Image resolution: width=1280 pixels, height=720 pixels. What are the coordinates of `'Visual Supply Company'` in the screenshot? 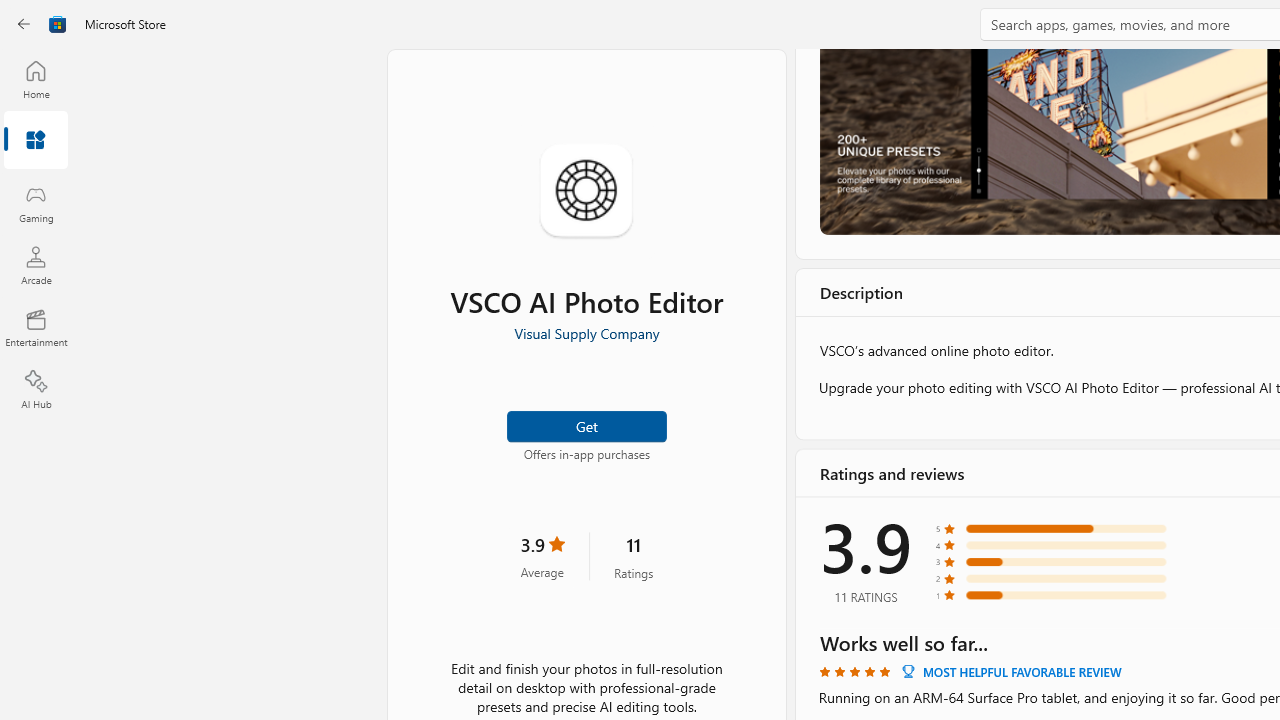 It's located at (585, 332).